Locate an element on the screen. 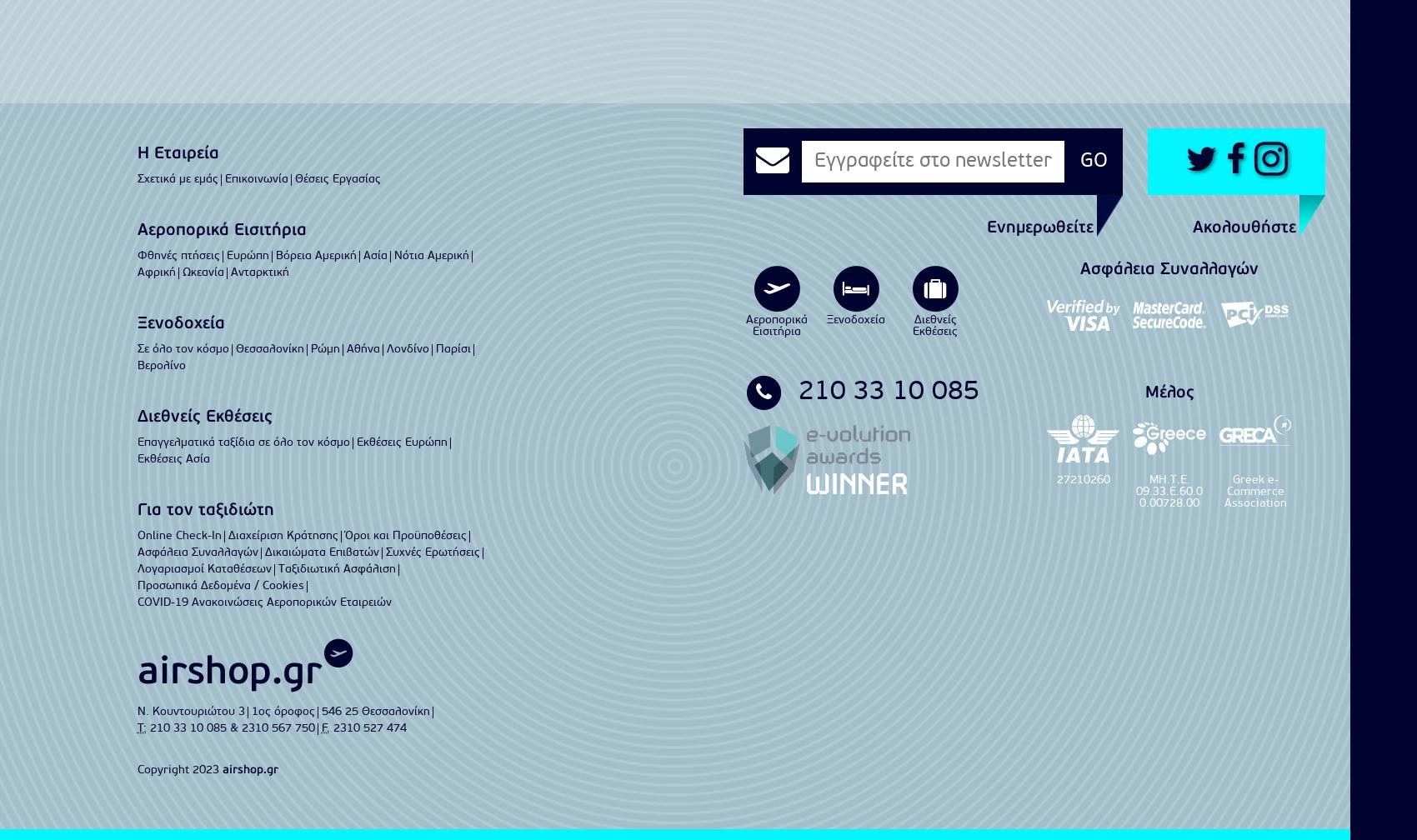  'Greek e-Commerce Association' is located at coordinates (1254, 492).